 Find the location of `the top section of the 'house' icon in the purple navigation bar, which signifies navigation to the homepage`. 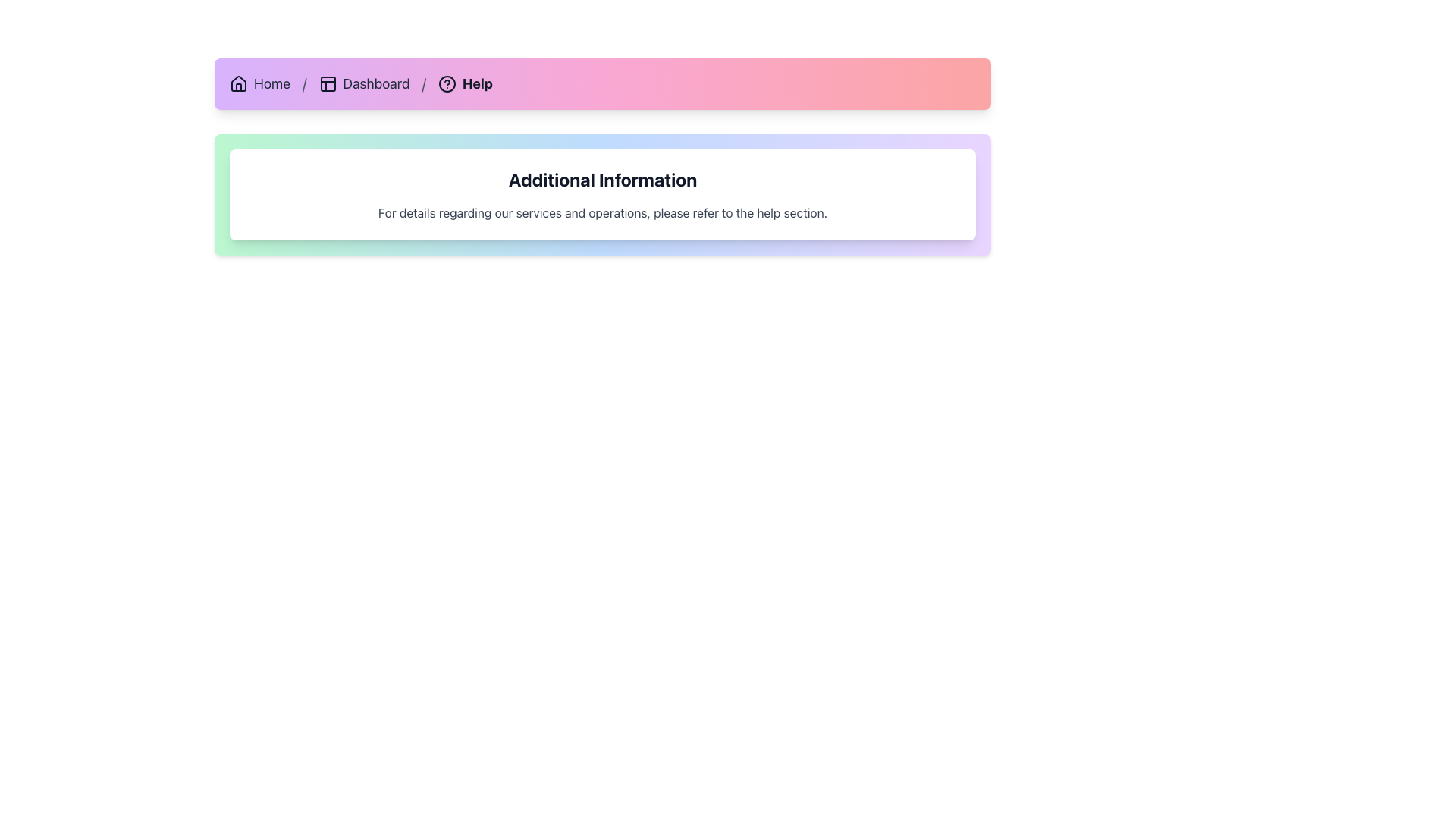

the top section of the 'house' icon in the purple navigation bar, which signifies navigation to the homepage is located at coordinates (238, 83).